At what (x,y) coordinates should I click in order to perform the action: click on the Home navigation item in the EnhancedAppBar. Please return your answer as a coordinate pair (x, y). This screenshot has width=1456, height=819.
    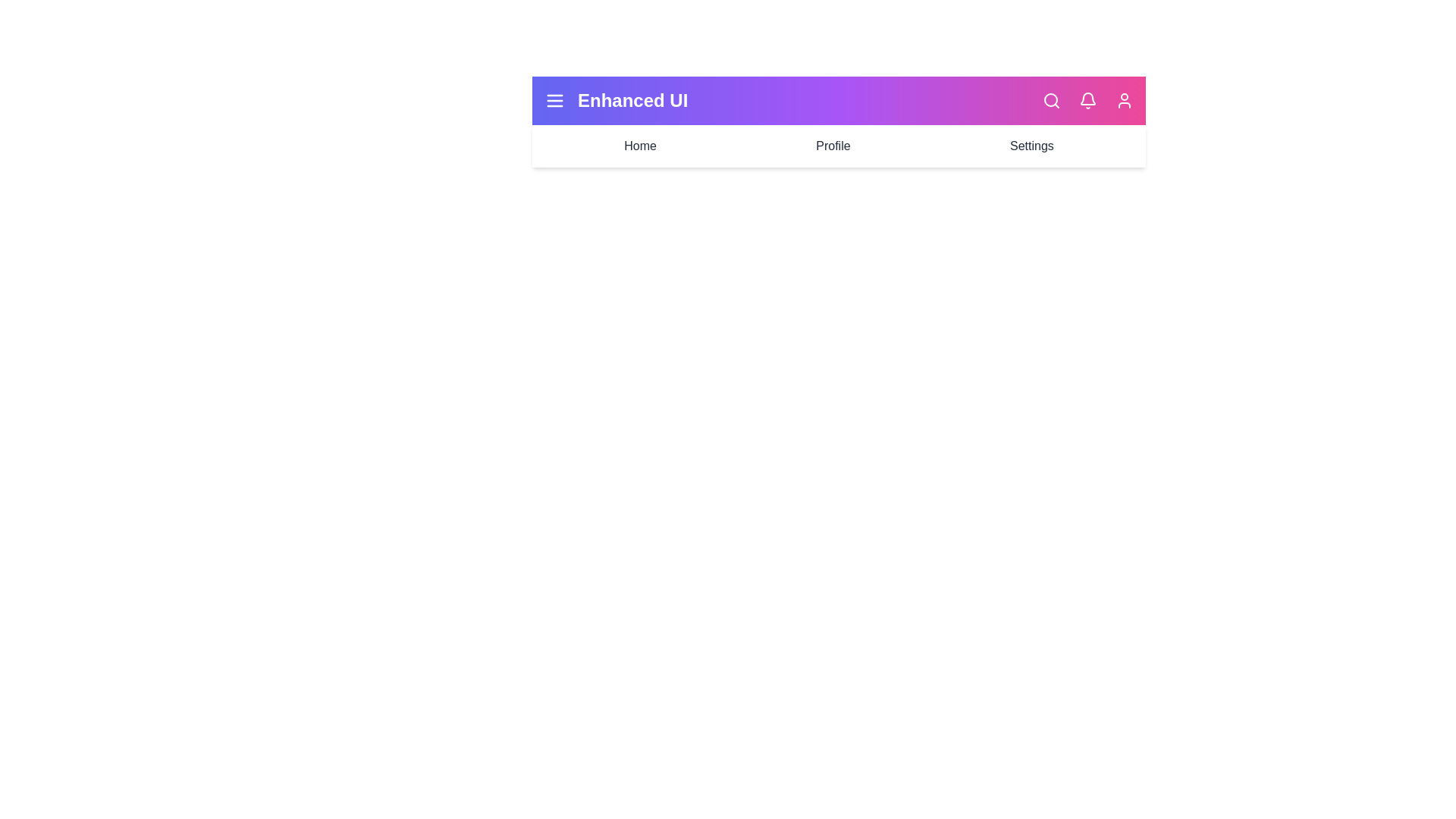
    Looking at the image, I should click on (640, 146).